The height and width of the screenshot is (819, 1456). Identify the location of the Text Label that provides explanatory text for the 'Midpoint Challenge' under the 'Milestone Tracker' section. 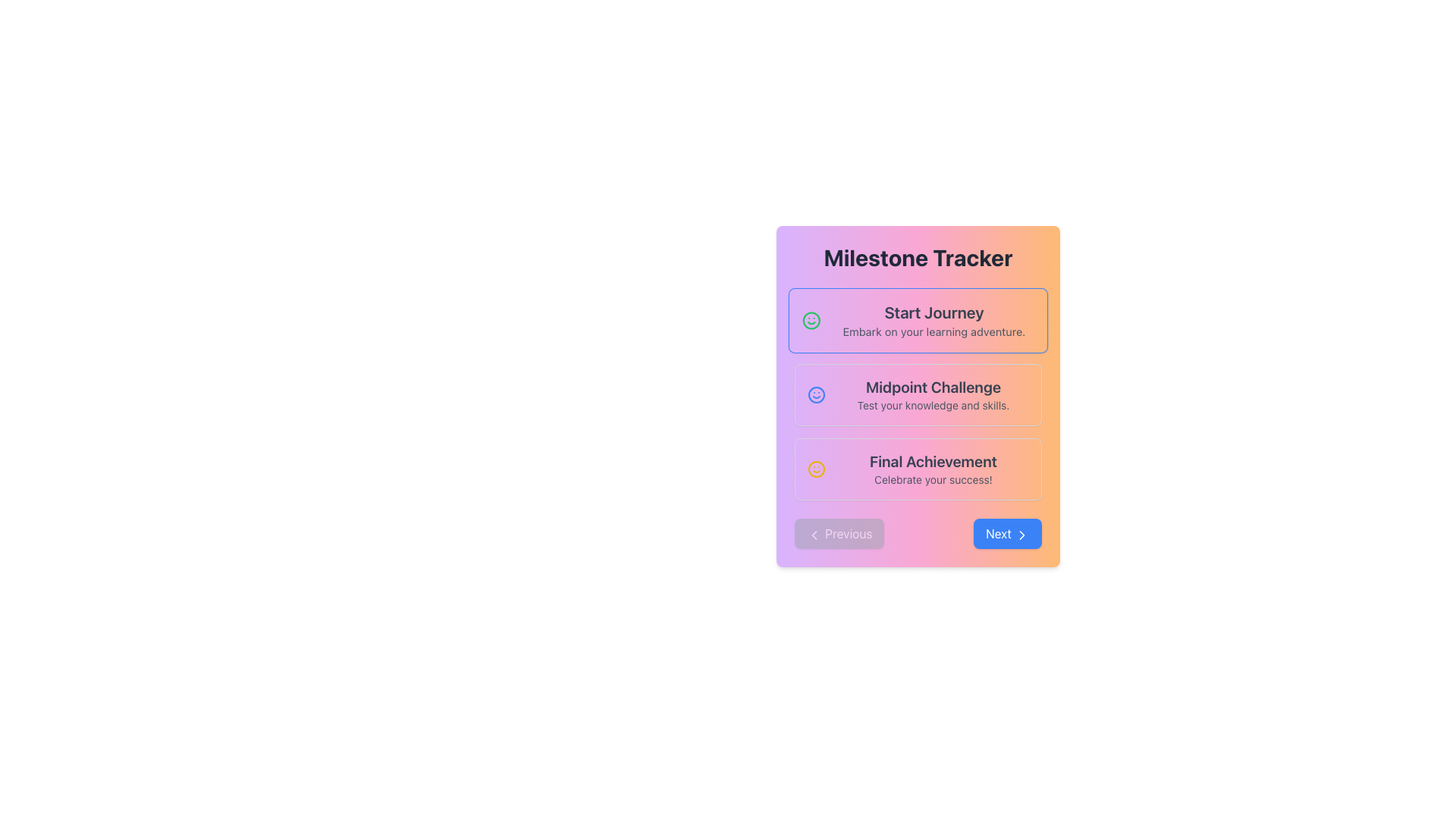
(932, 405).